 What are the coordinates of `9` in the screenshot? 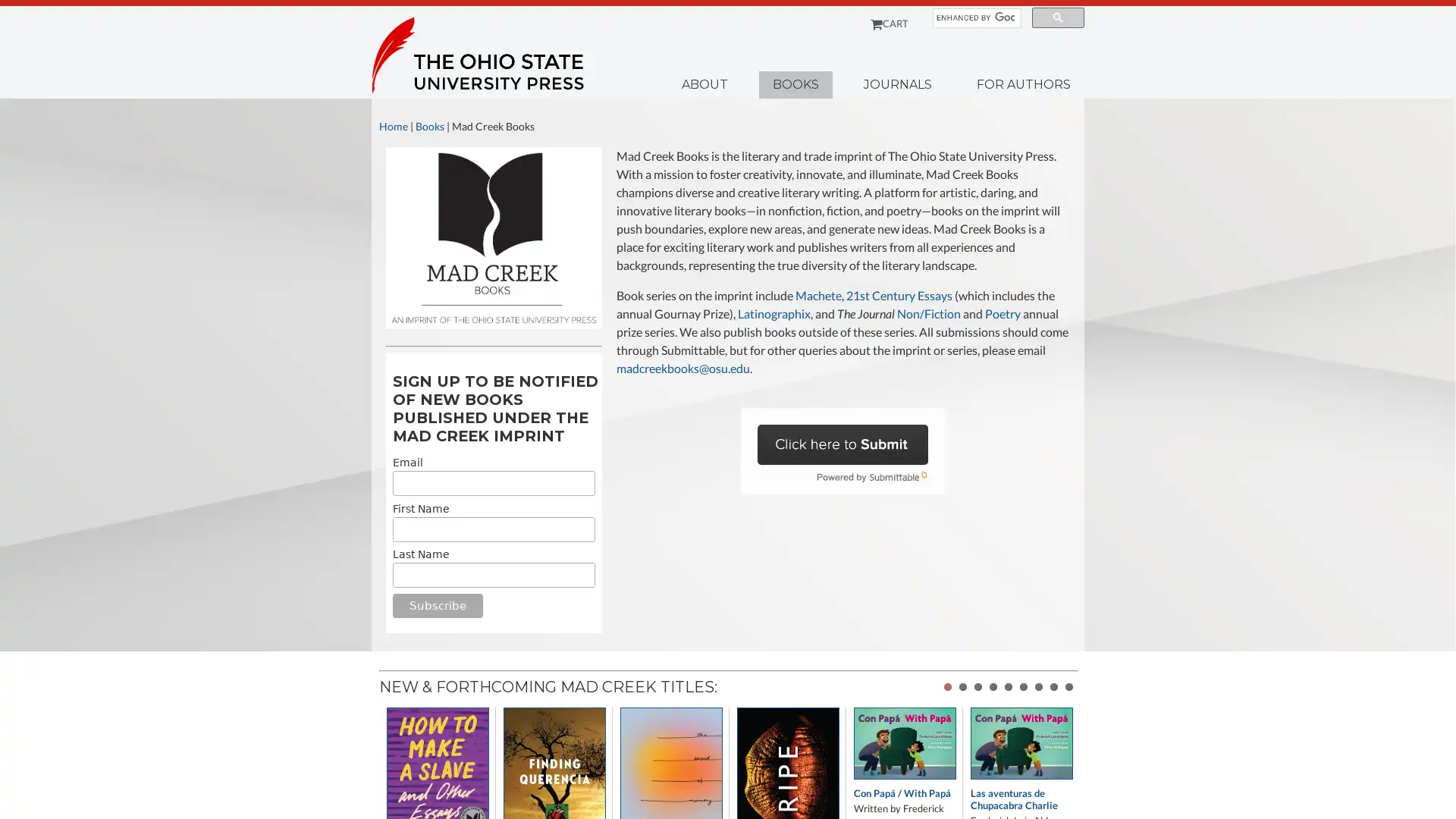 It's located at (1068, 687).